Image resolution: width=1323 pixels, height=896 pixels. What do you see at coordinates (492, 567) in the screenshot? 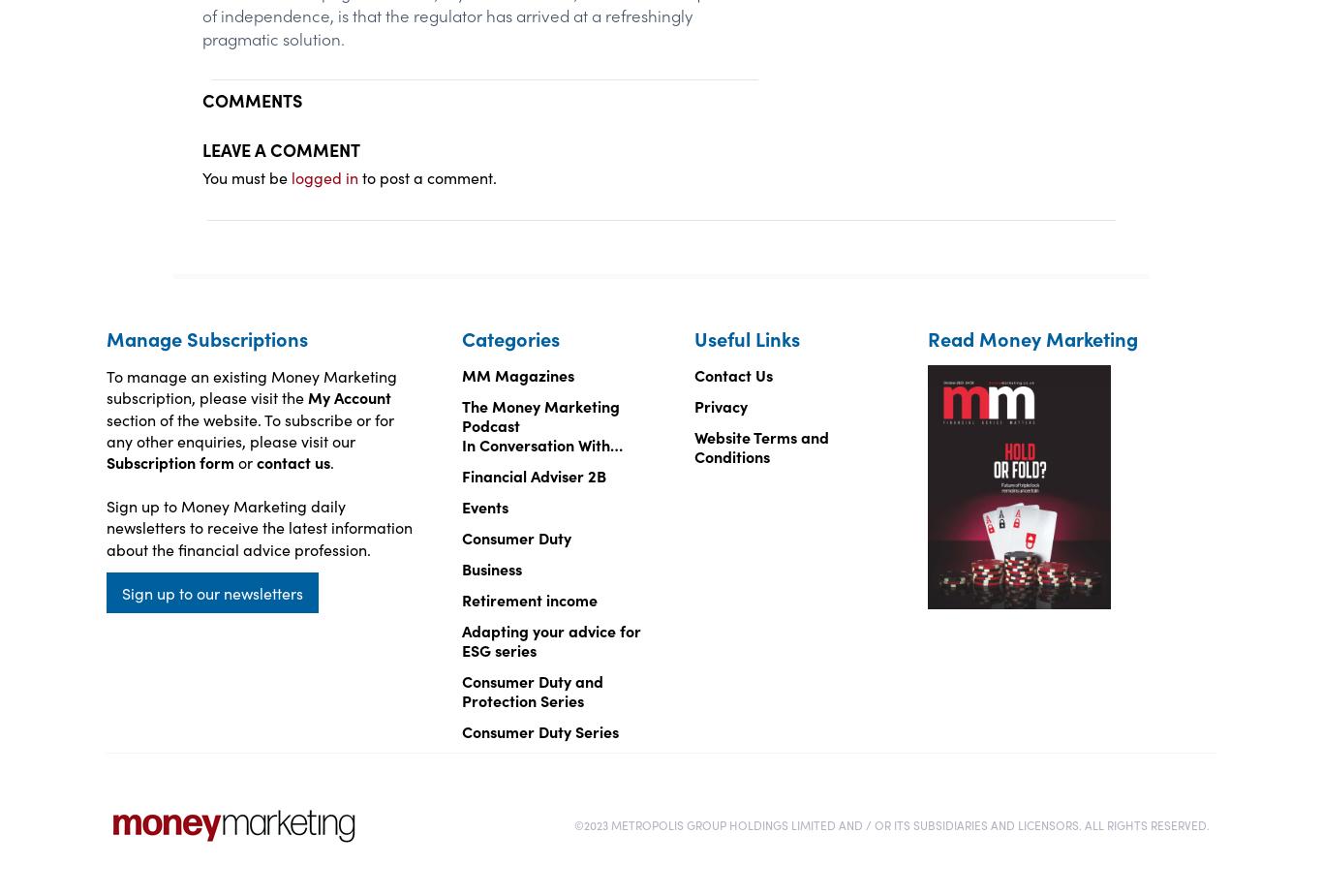
I see `'Business'` at bounding box center [492, 567].